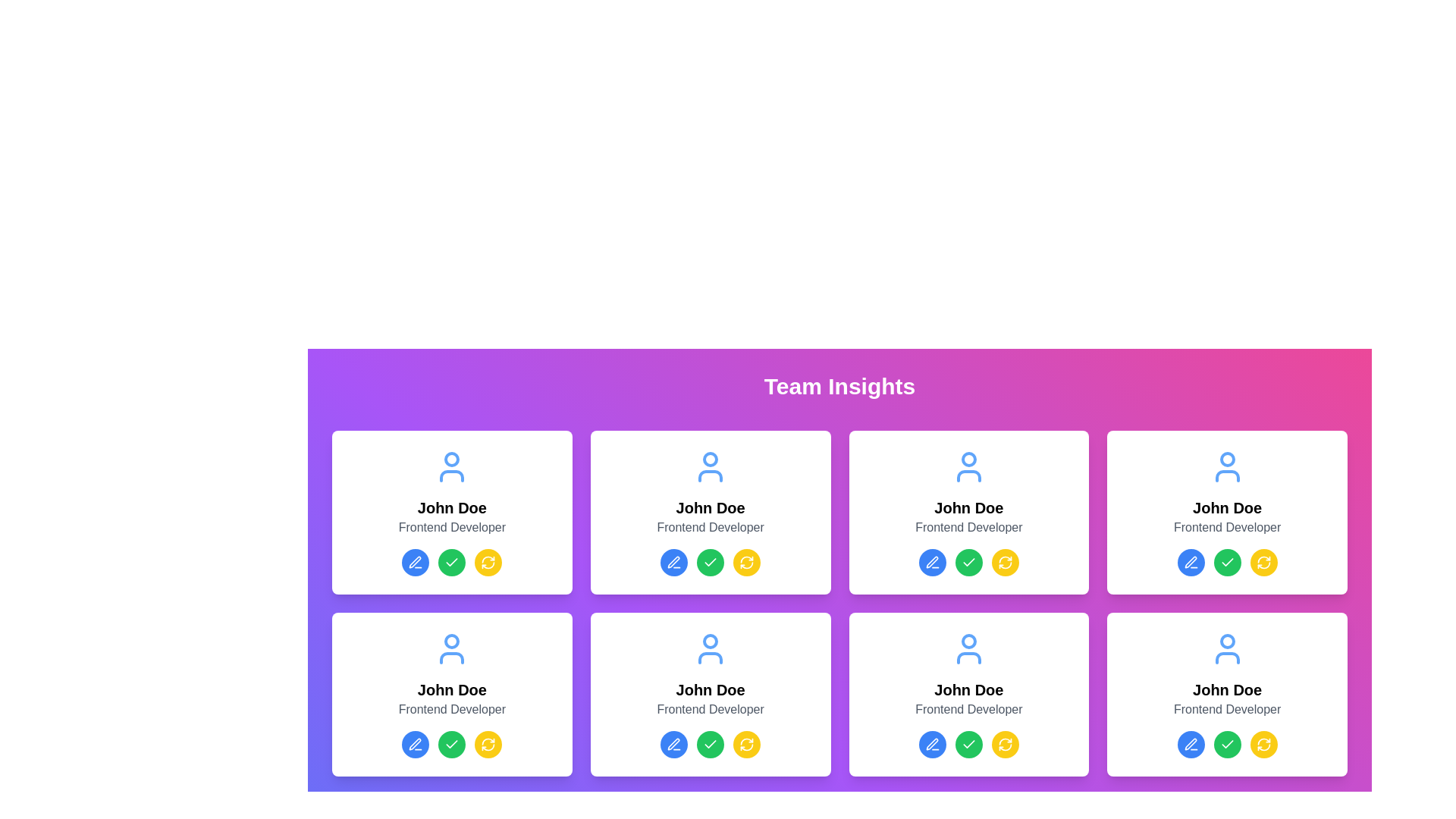 The height and width of the screenshot is (819, 1456). Describe the element at coordinates (931, 562) in the screenshot. I see `the first circular button located below the profile card in the second column of the first row in the grid layout` at that location.